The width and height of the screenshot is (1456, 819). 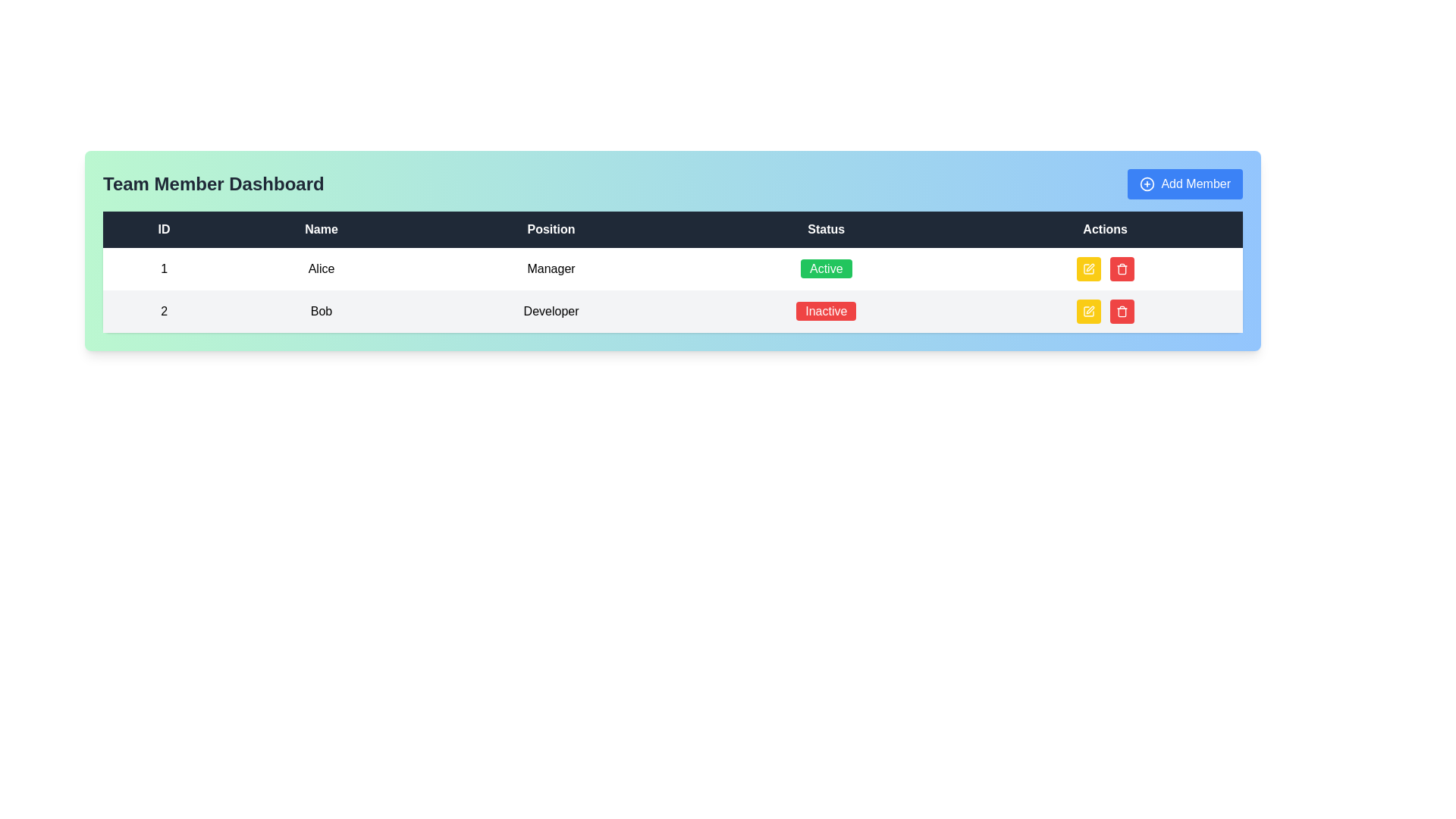 What do you see at coordinates (672, 311) in the screenshot?
I see `the second table row which represents an individual` at bounding box center [672, 311].